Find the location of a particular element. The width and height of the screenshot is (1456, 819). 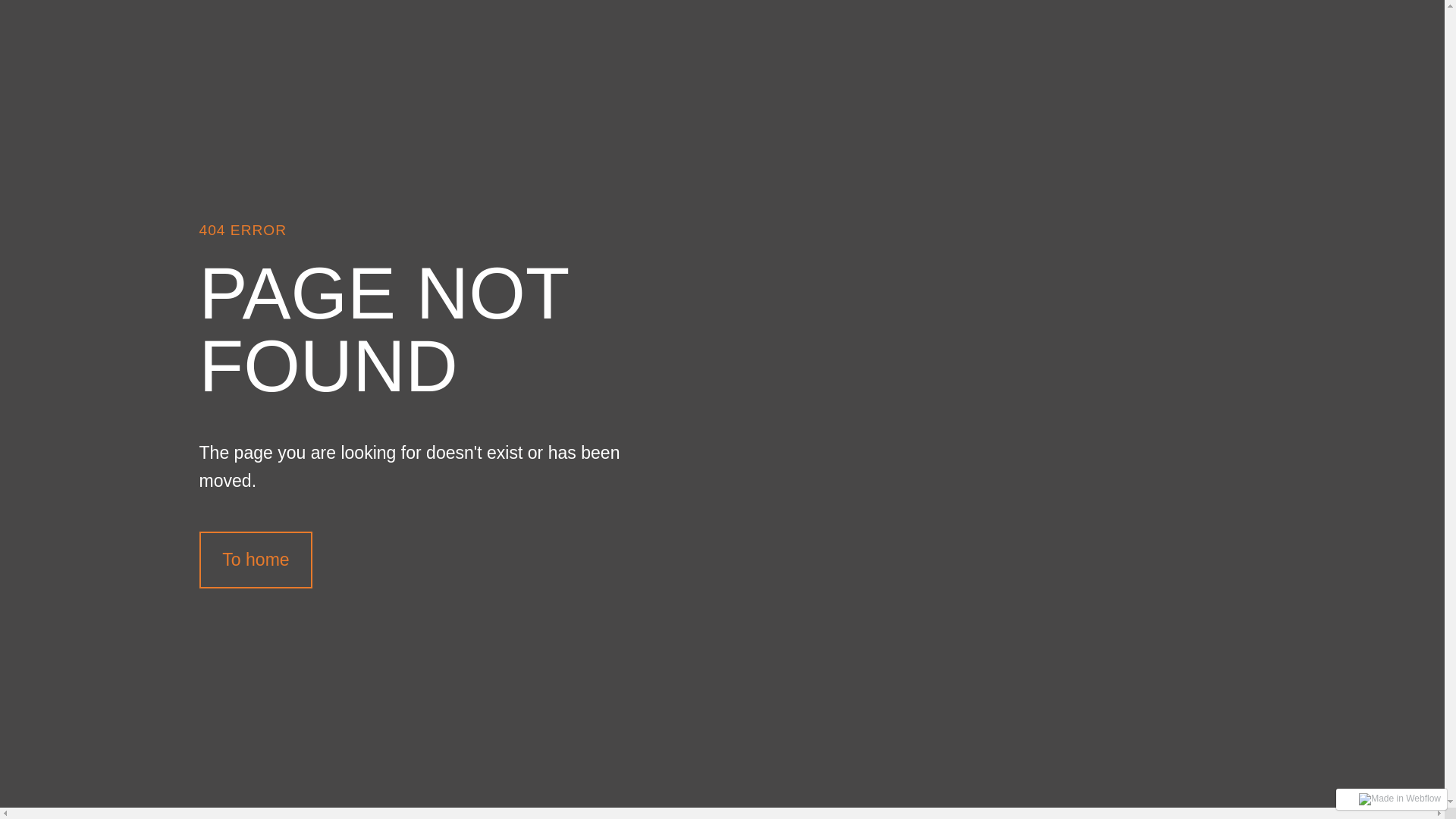

'To home' is located at coordinates (255, 560).